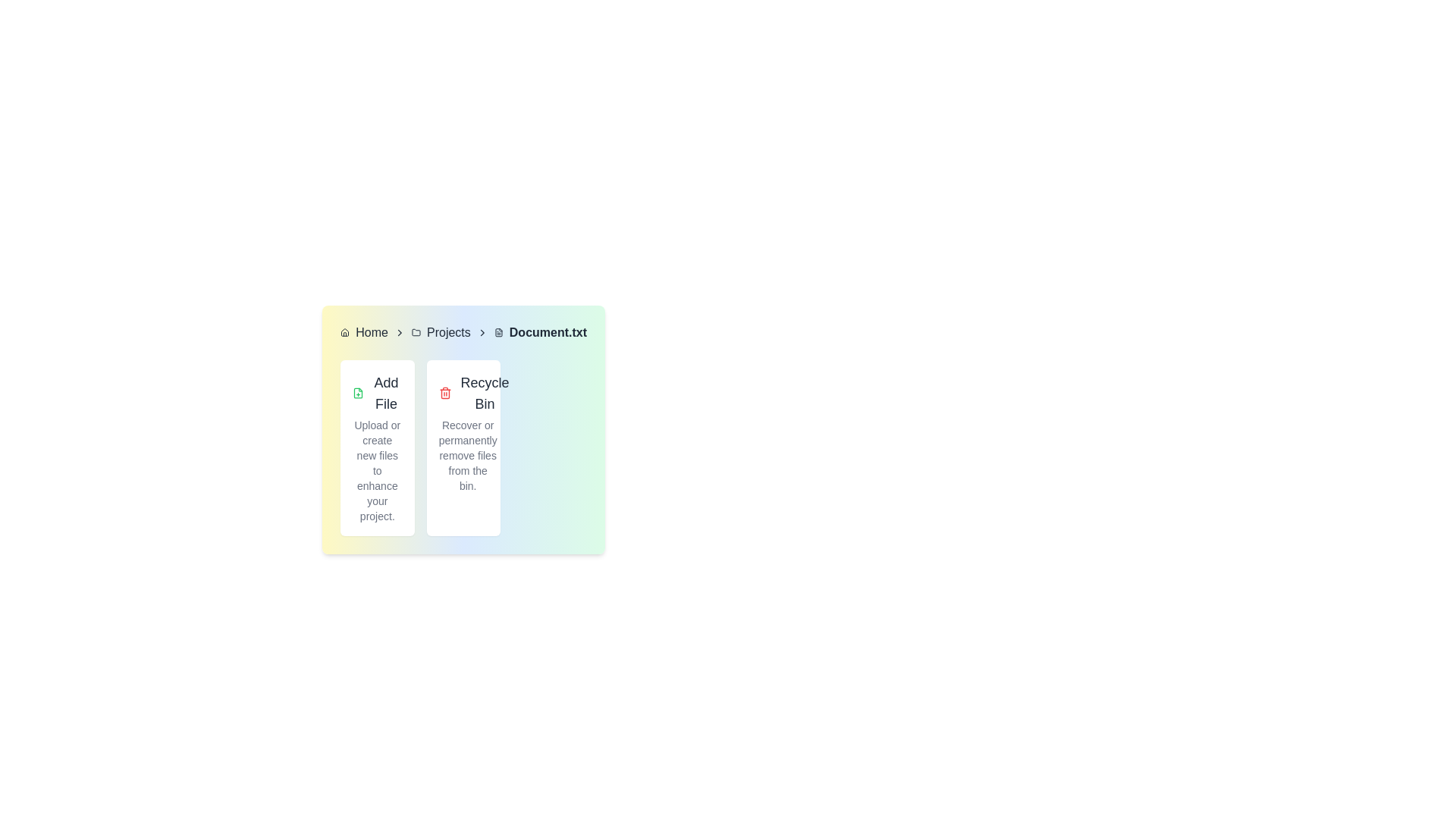 Image resolution: width=1456 pixels, height=819 pixels. Describe the element at coordinates (474, 393) in the screenshot. I see `the 'Recycle Bin' label, which is a text label next to a red trash bin icon` at that location.